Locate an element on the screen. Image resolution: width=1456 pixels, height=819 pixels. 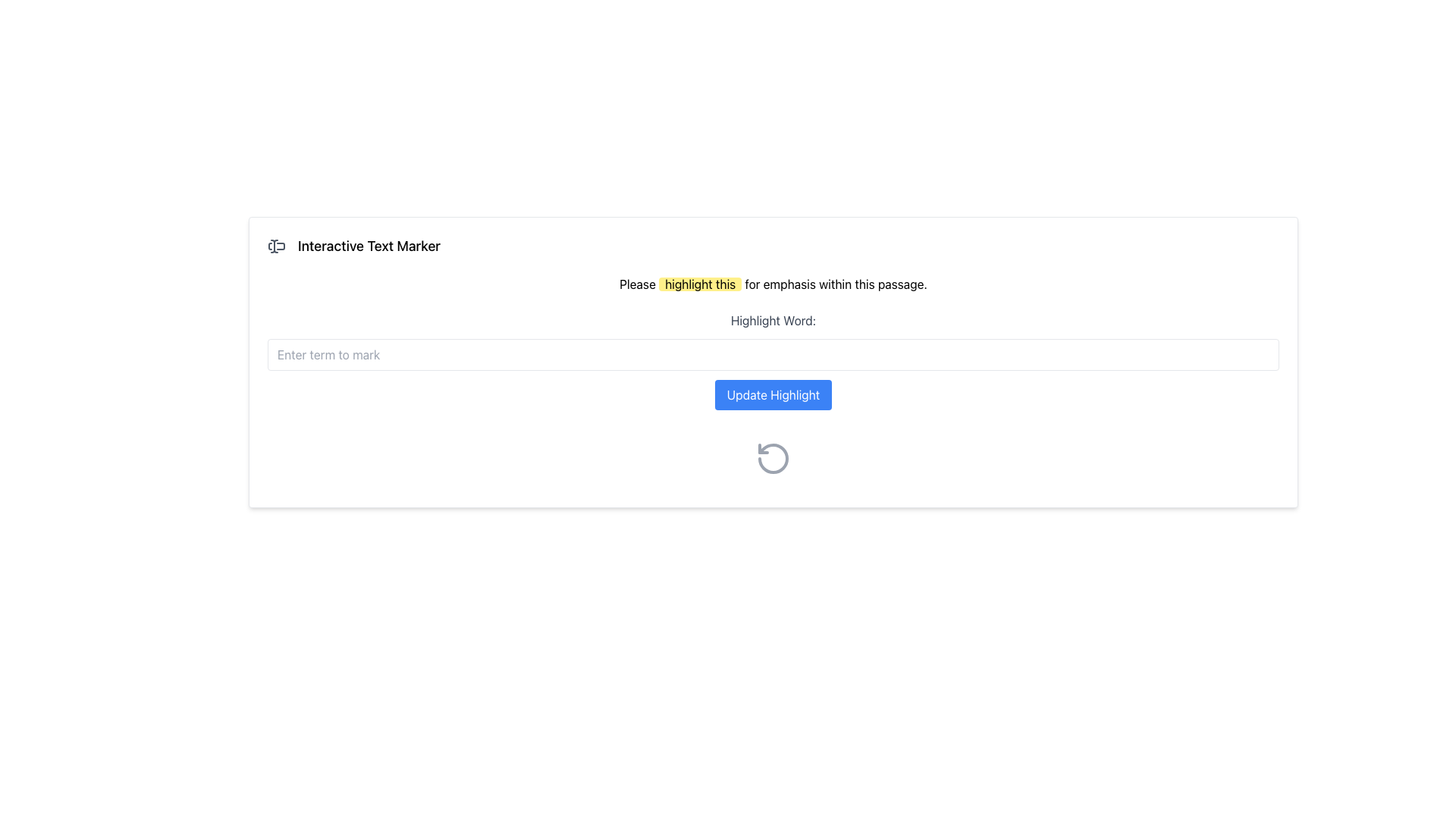
the emphasized text fragment 'highlight this' within the sentence 'Please highlight this for emphasis within this passage.' is located at coordinates (699, 284).